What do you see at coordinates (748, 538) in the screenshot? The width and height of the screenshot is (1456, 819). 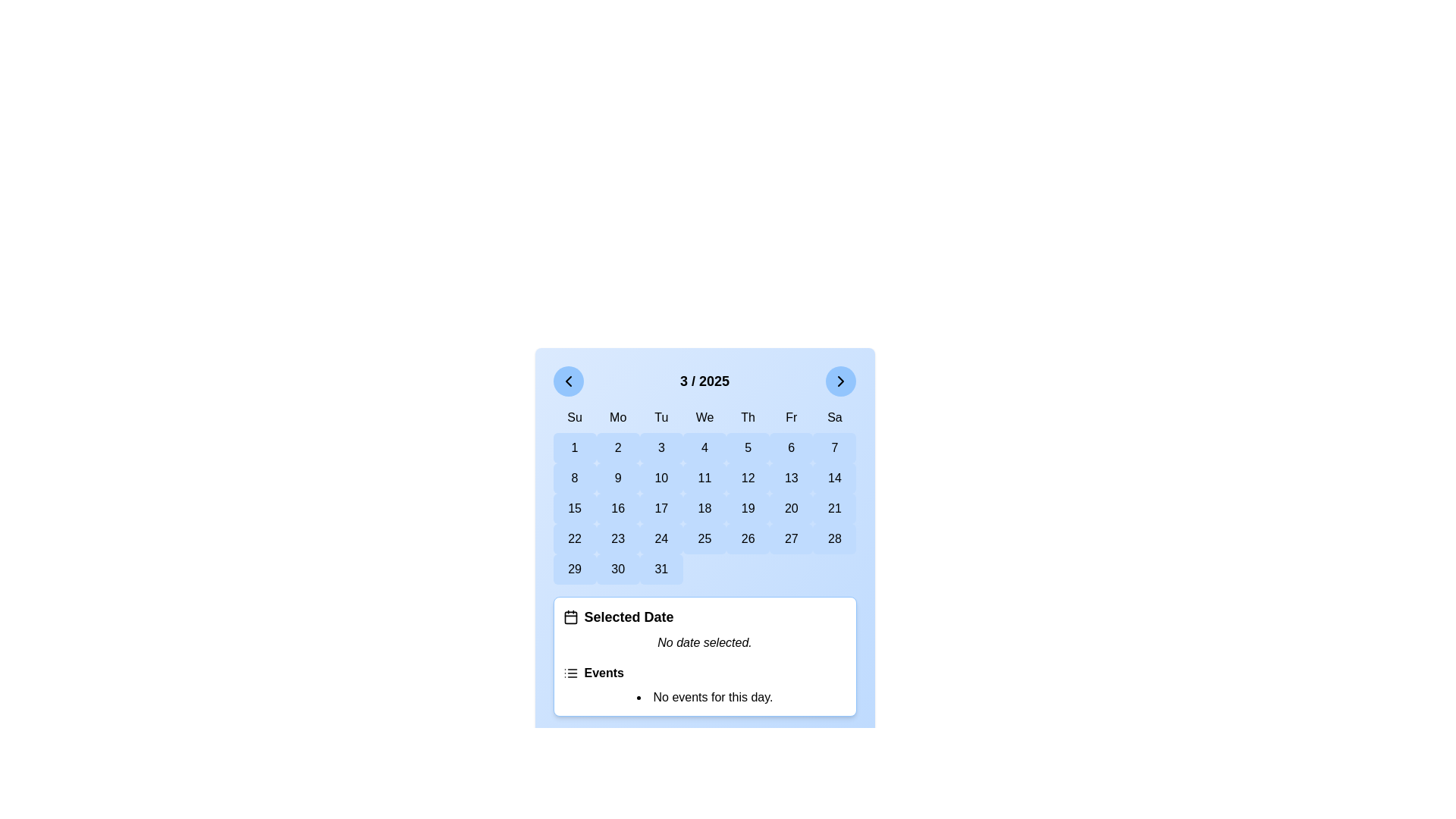 I see `the date '26' button in the calendar view` at bounding box center [748, 538].